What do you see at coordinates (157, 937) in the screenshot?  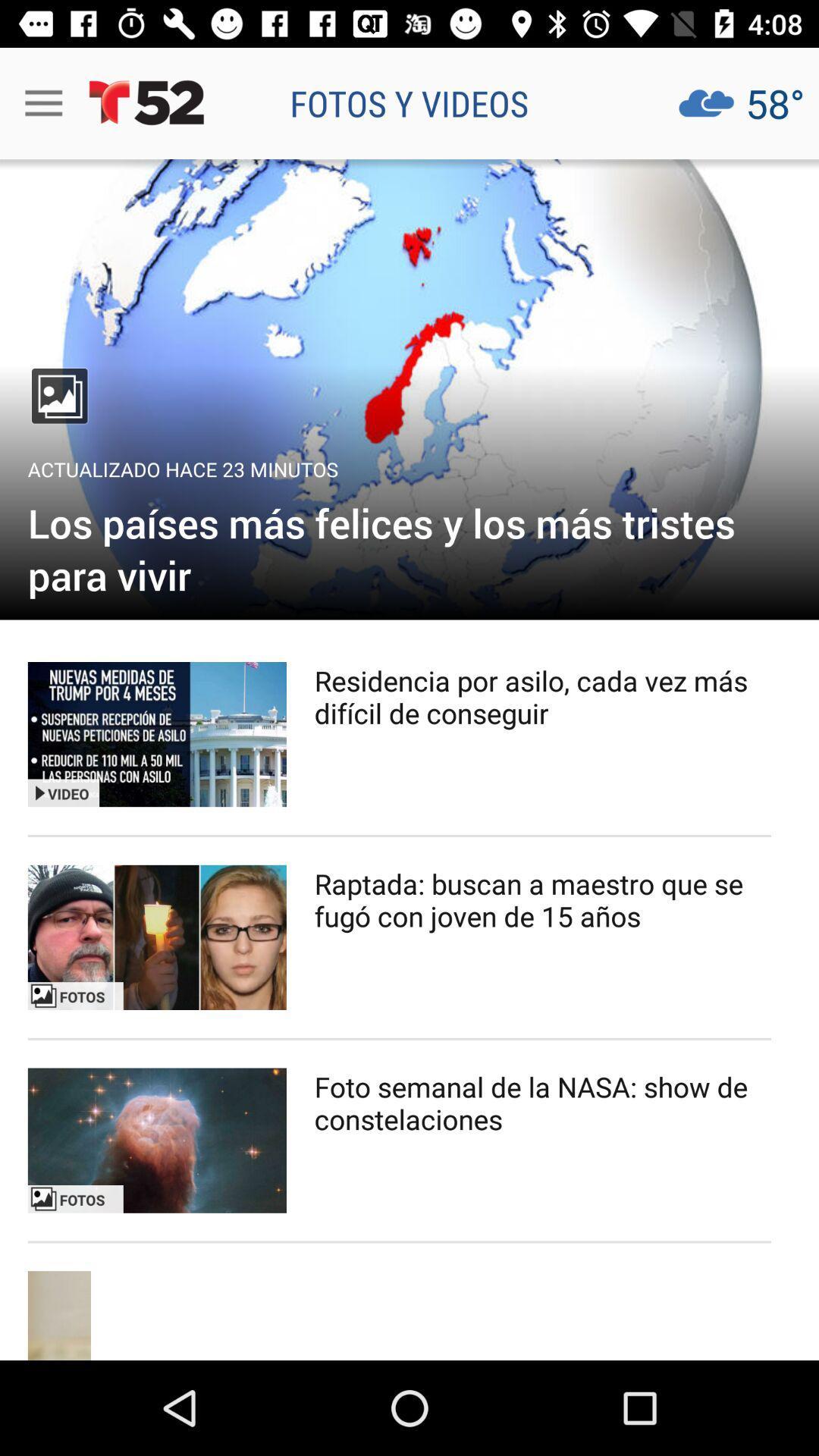 I see `search` at bounding box center [157, 937].